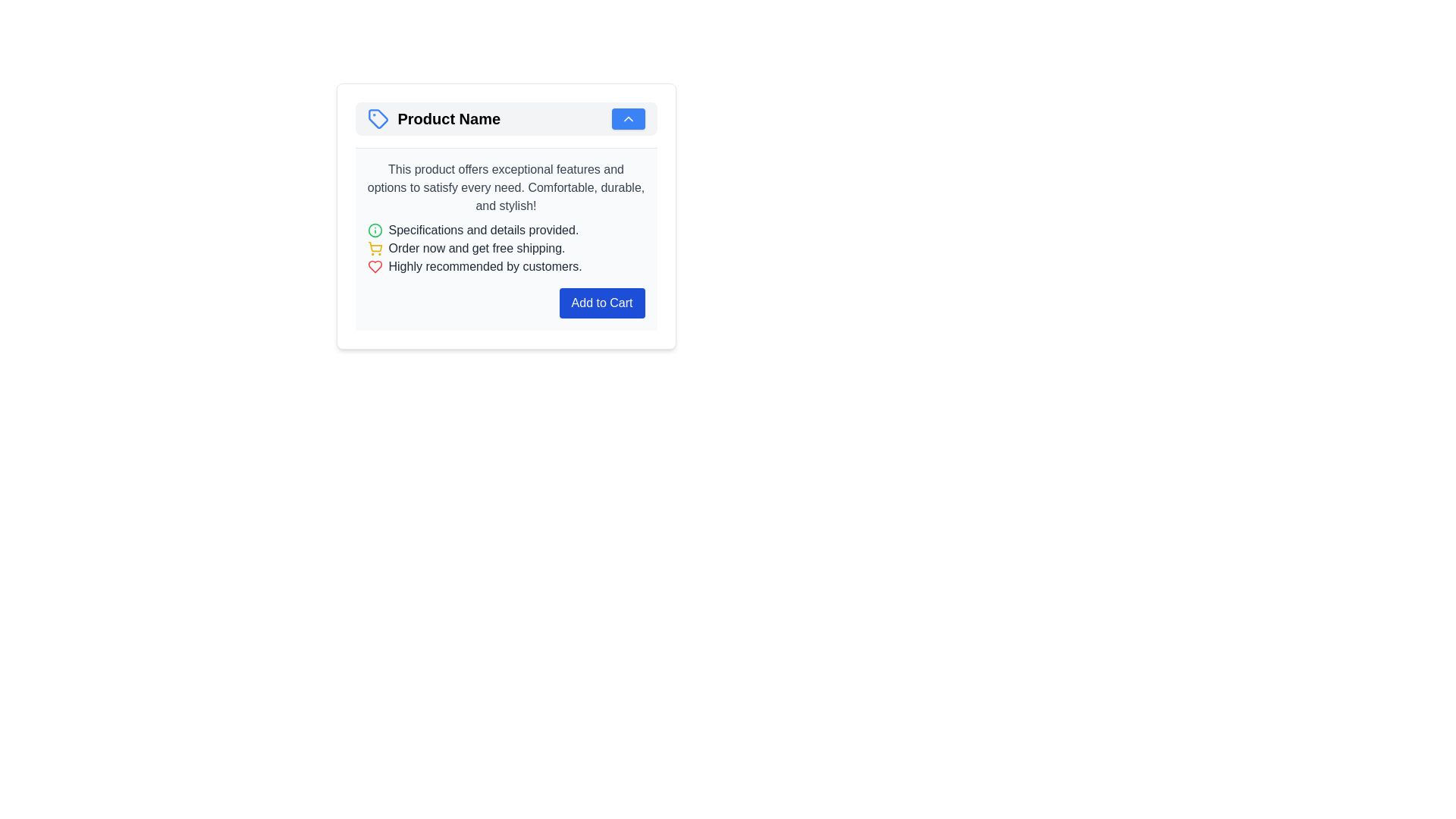  I want to click on the Card component that contains the title 'Product Name' in bold and an 'Add to Cart' button at the bottom right, so click(506, 216).